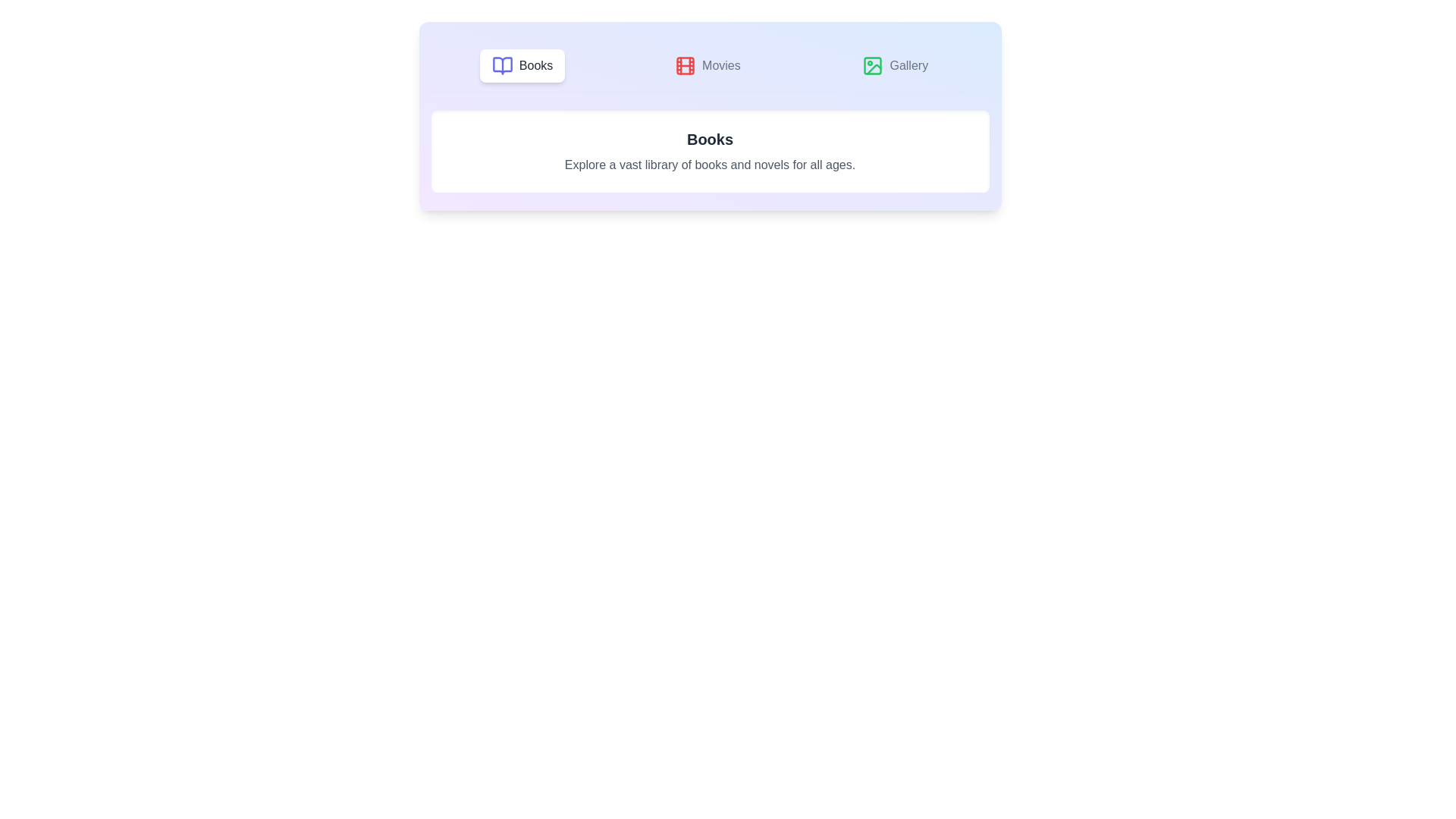 Image resolution: width=1456 pixels, height=819 pixels. I want to click on the Movies tab to view its content, so click(706, 65).